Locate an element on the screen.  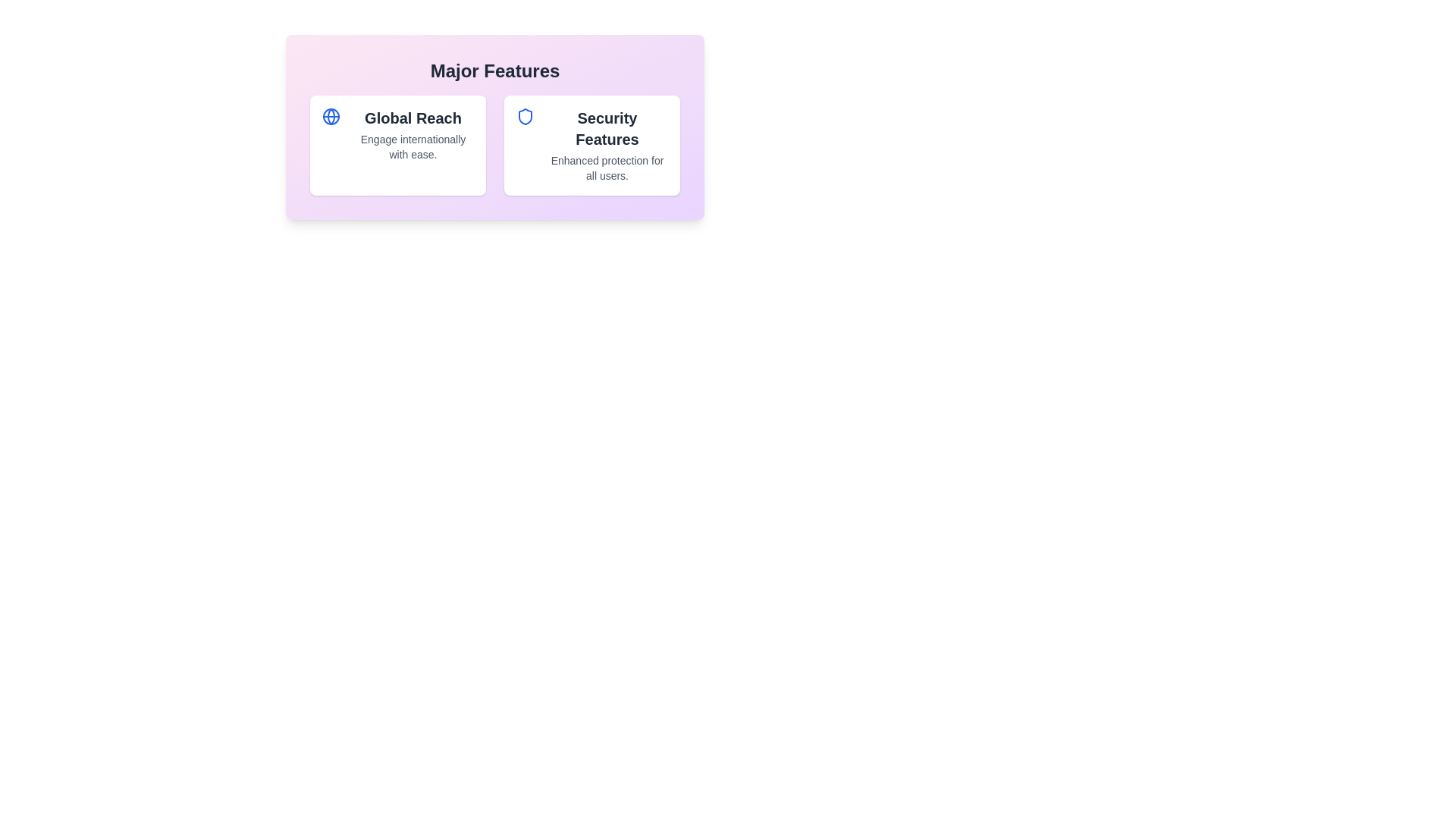
the 'Major Features' header text is located at coordinates (494, 71).